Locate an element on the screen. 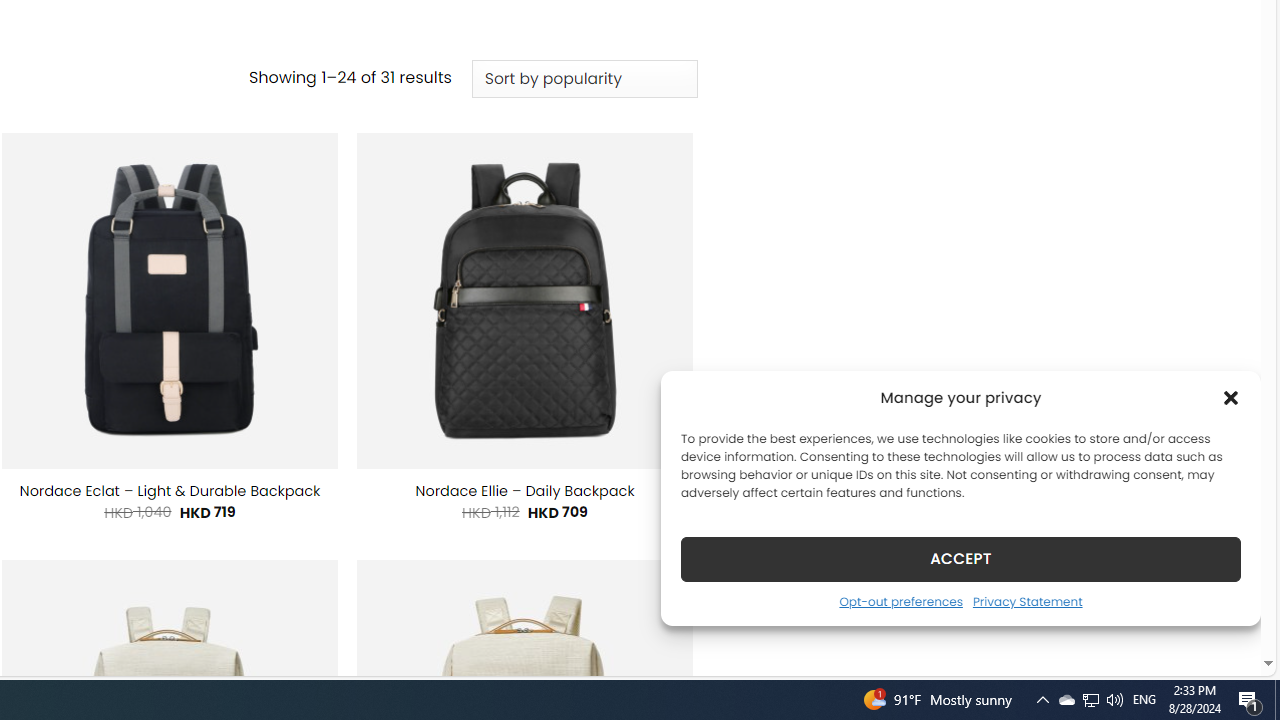 This screenshot has width=1280, height=720. 'Privacy Statement' is located at coordinates (1027, 600).